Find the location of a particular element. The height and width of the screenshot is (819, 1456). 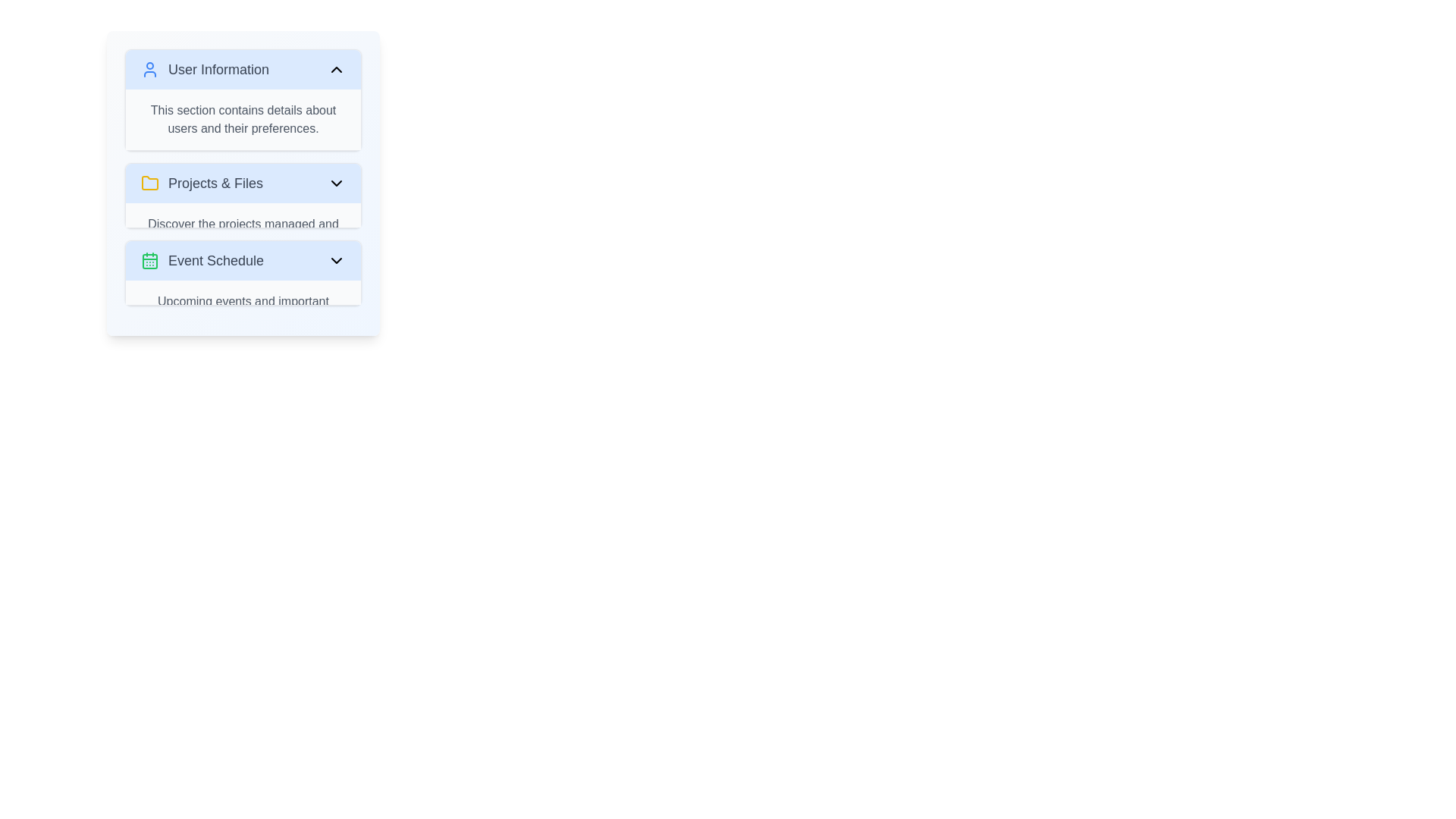

the Collapsible panel section is located at coordinates (243, 271).